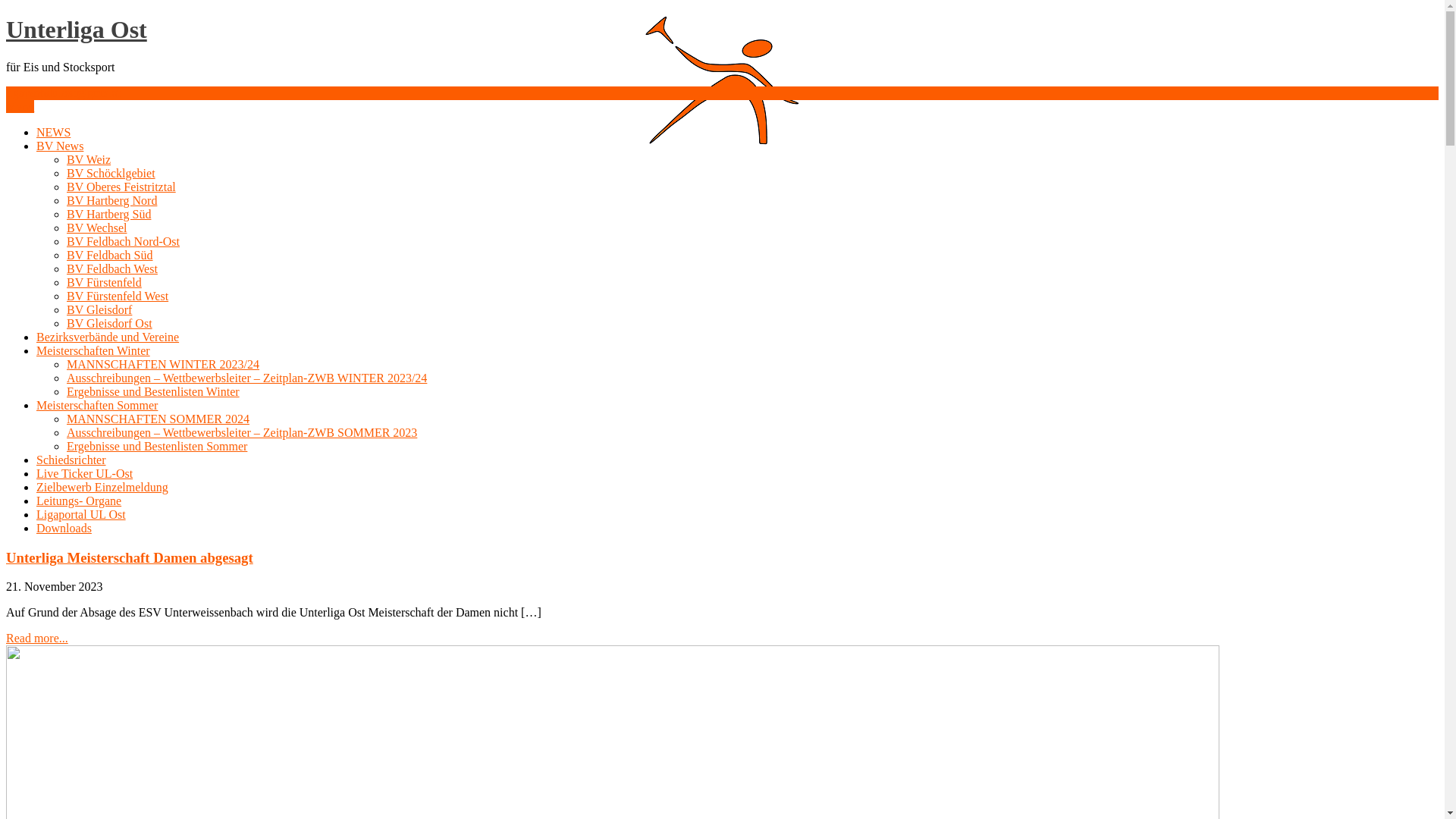 Image resolution: width=1456 pixels, height=819 pixels. Describe the element at coordinates (65, 268) in the screenshot. I see `'BV Feldbach West'` at that location.